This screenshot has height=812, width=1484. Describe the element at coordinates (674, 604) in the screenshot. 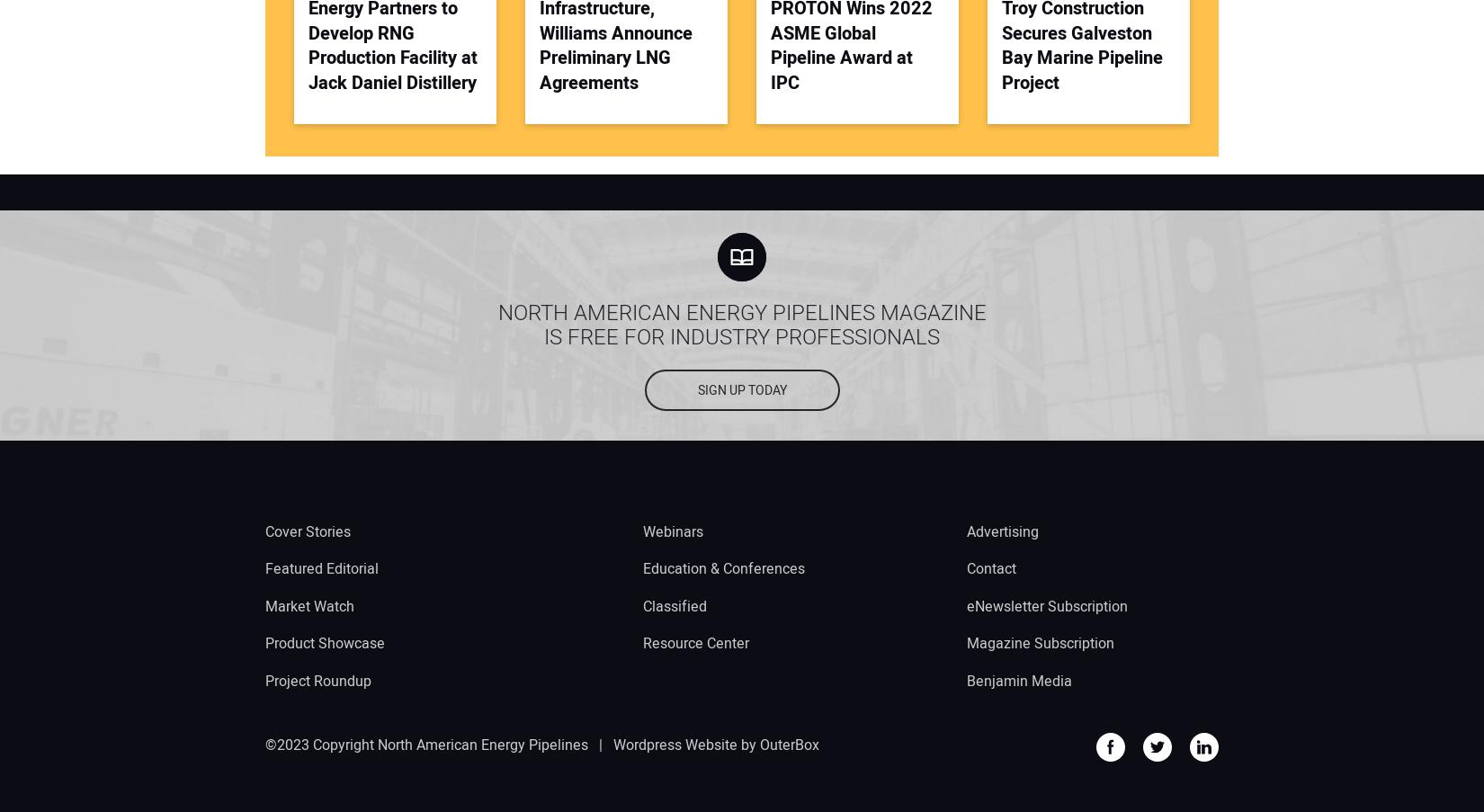

I see `'Classified'` at that location.